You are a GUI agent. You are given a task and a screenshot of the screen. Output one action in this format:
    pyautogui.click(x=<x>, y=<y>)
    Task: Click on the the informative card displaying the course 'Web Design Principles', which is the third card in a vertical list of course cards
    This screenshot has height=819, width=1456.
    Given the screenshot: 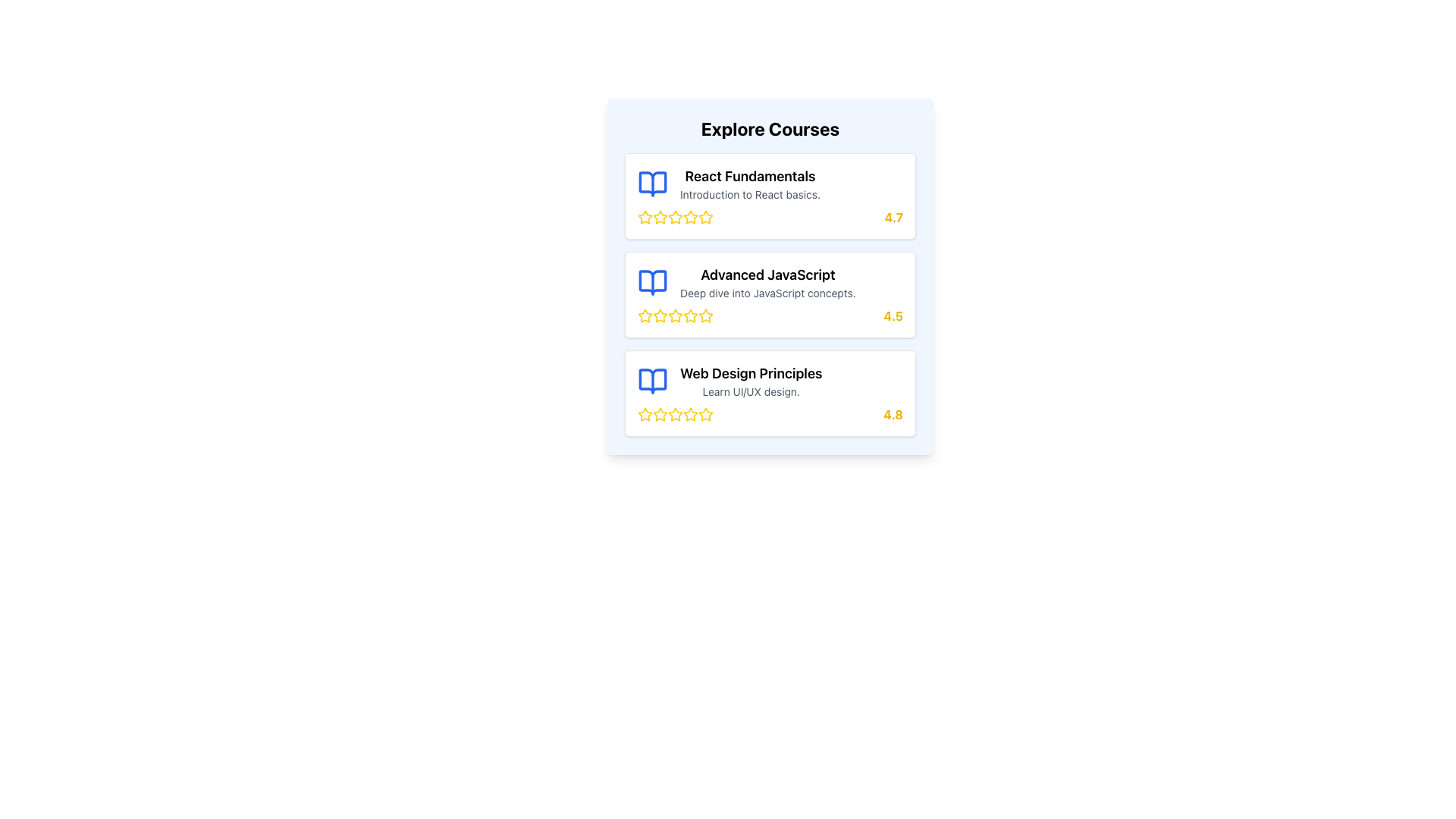 What is the action you would take?
    pyautogui.click(x=770, y=393)
    